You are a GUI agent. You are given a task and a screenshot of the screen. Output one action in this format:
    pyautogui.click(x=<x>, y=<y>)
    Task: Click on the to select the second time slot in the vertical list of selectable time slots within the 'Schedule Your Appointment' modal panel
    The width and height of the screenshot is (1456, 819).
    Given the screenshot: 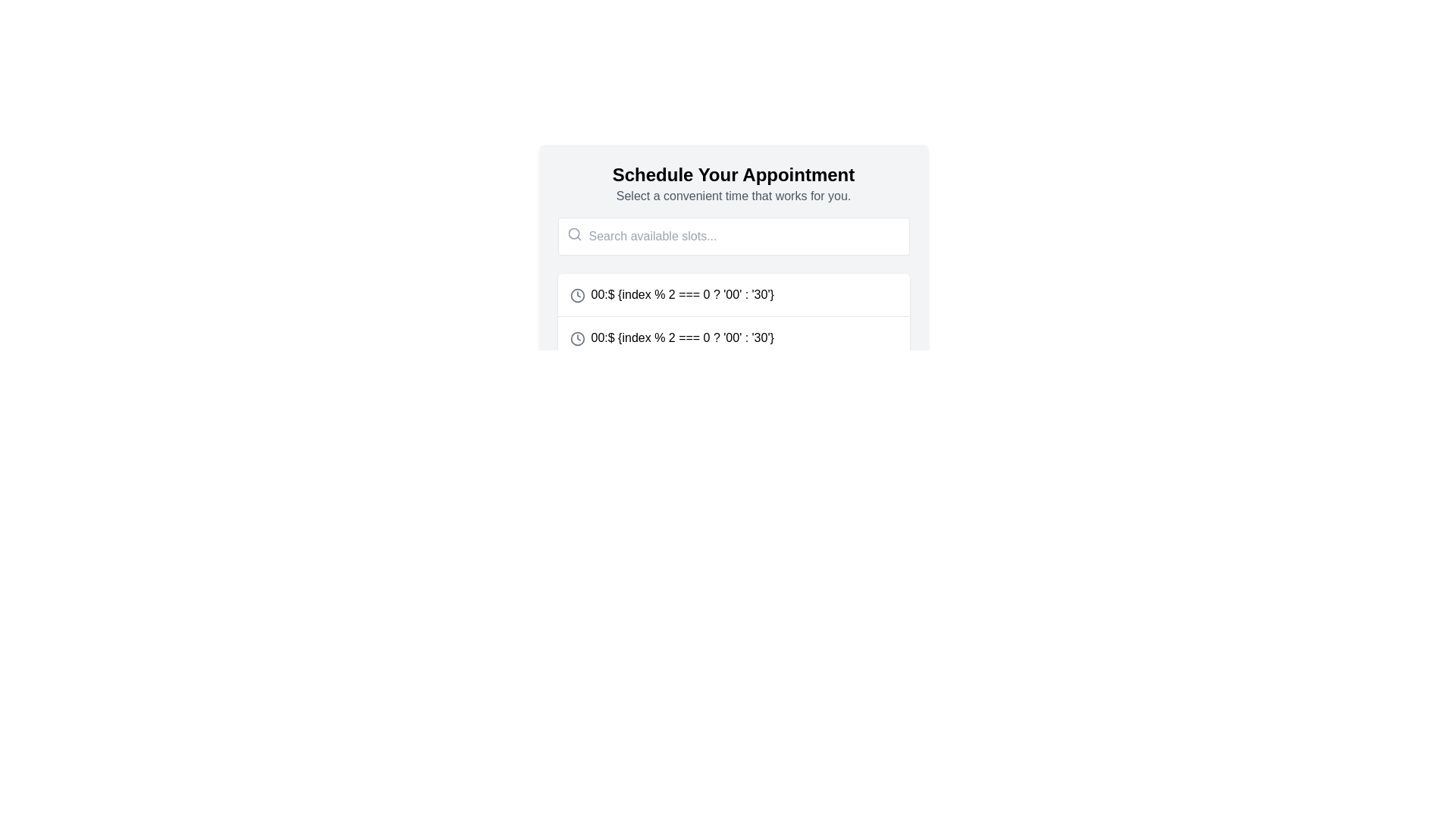 What is the action you would take?
    pyautogui.click(x=733, y=337)
    